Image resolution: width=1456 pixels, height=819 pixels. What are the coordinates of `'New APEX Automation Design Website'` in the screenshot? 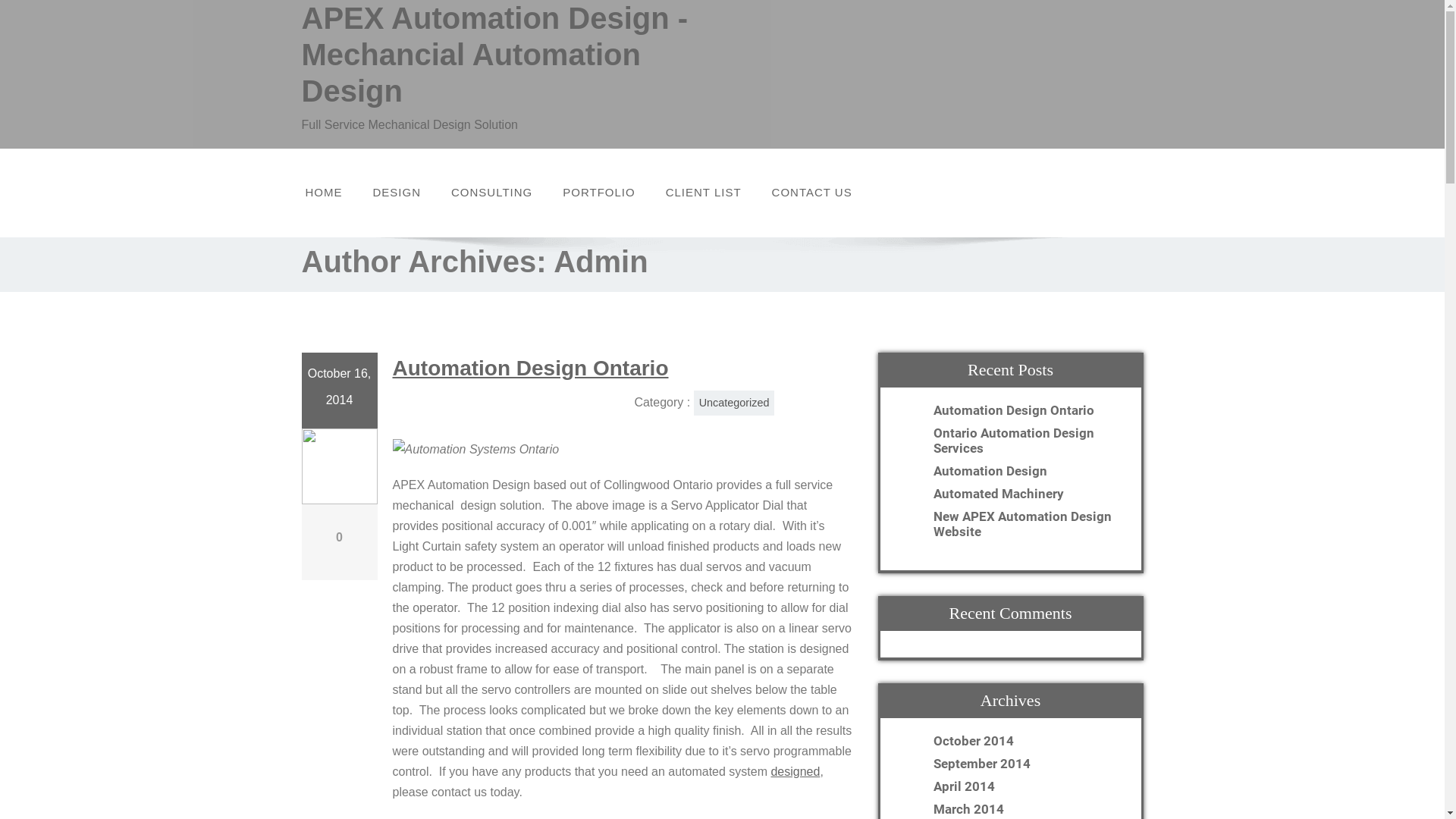 It's located at (1025, 522).